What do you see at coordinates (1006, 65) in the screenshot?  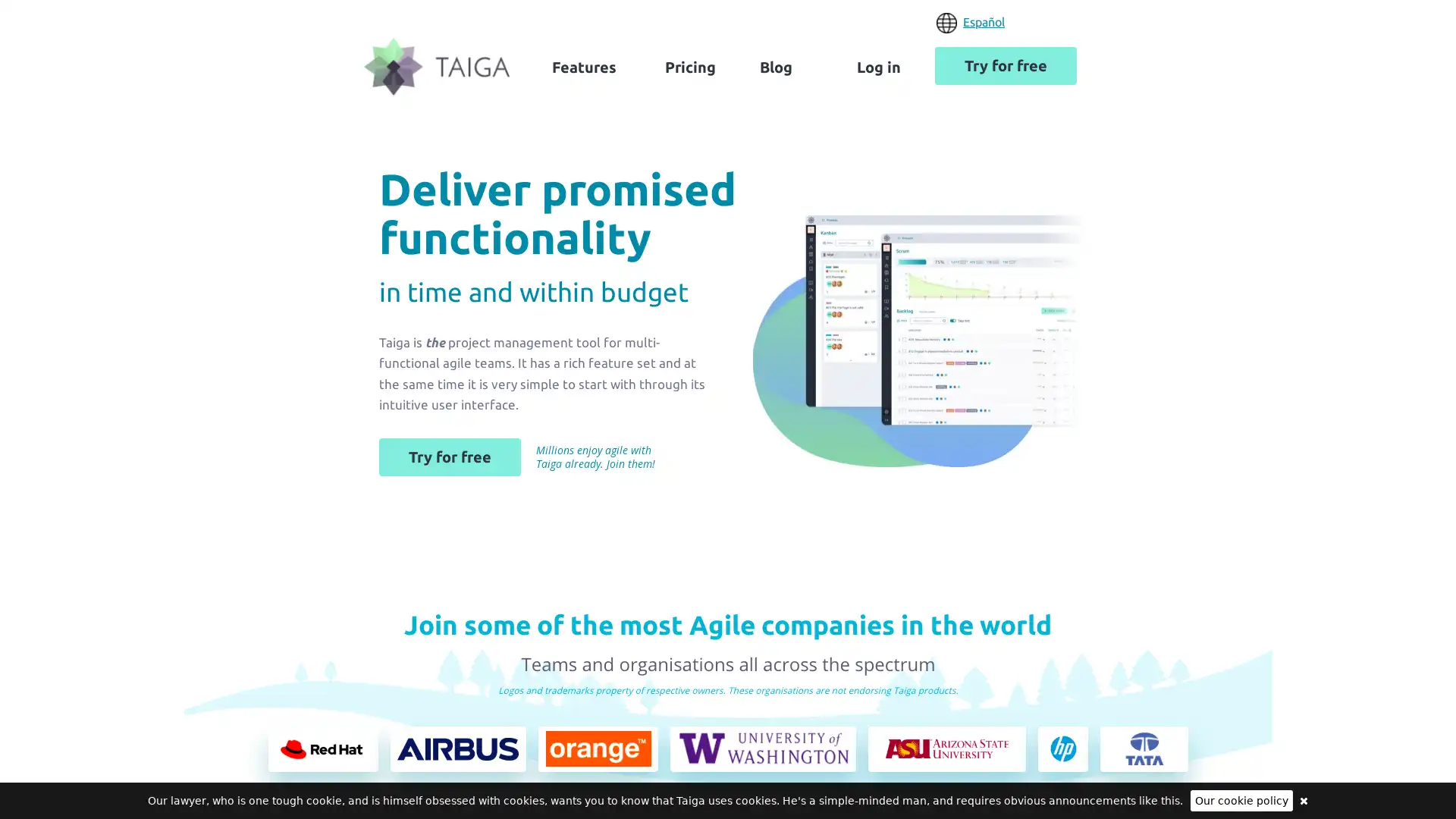 I see `Try for free` at bounding box center [1006, 65].